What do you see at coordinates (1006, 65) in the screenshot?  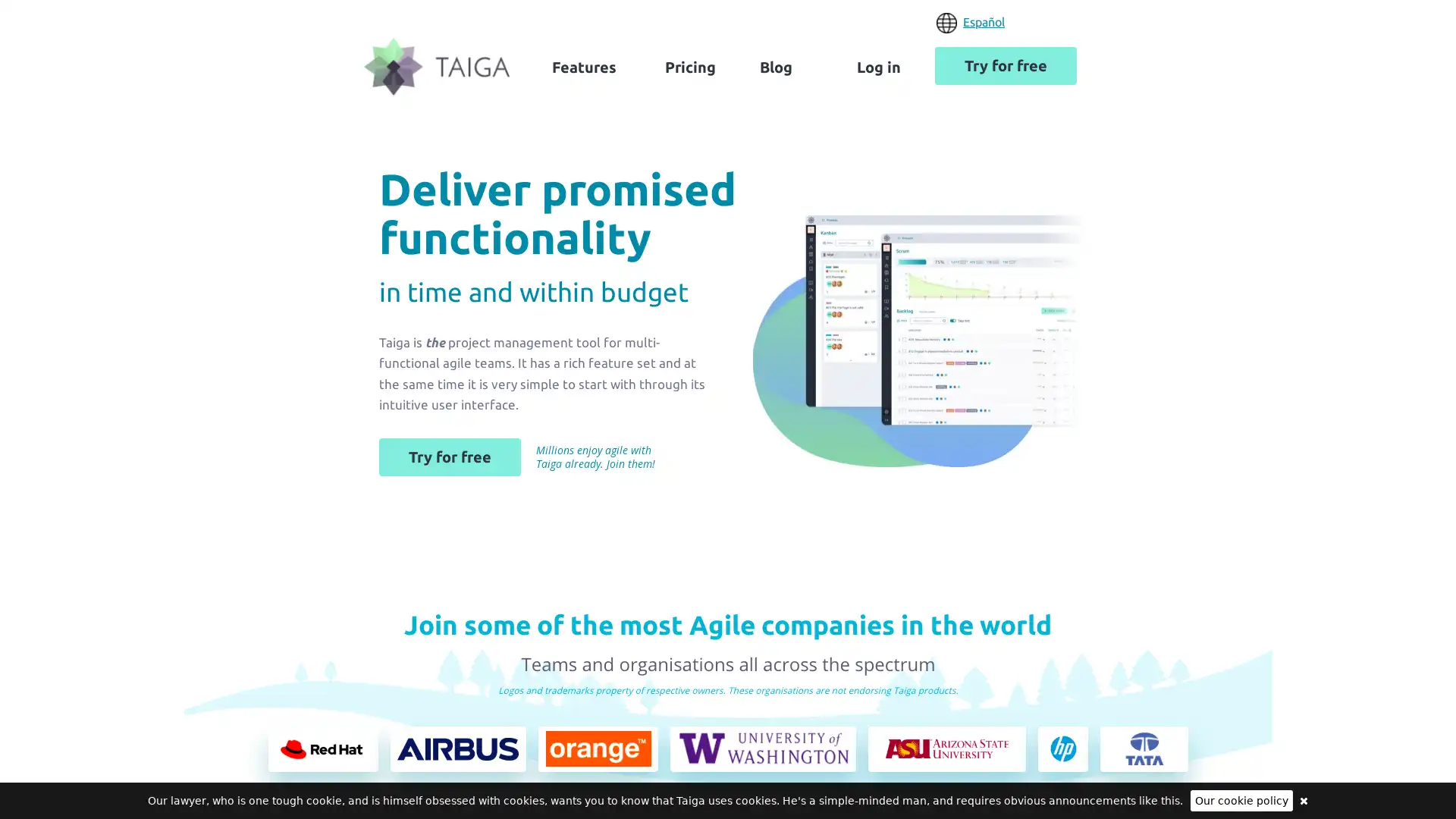 I see `Try for free` at bounding box center [1006, 65].